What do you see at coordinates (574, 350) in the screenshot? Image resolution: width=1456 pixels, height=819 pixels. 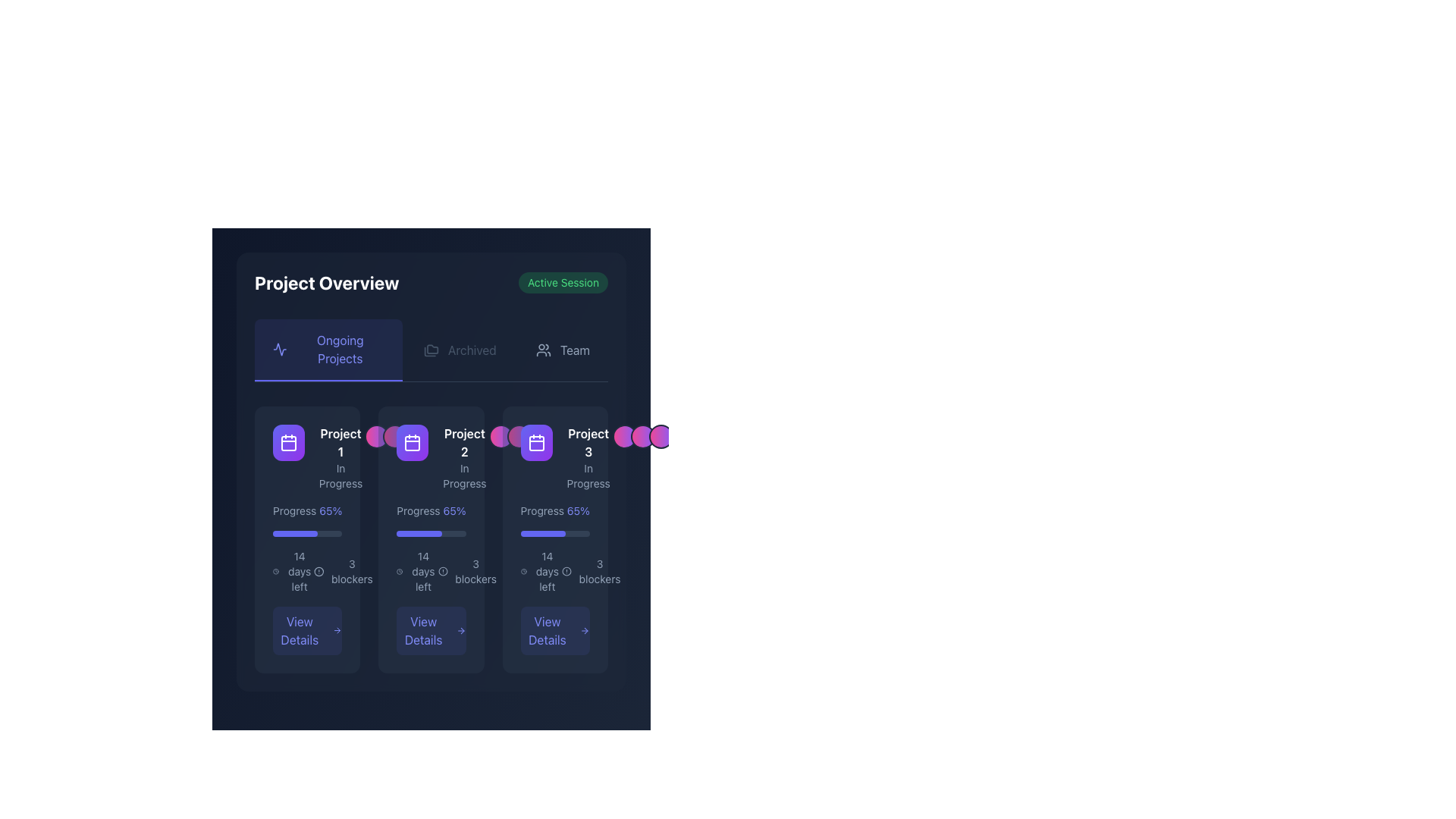 I see `the label indicating team management or collaboration, positioned at the rightmost side of the navigation bar` at bounding box center [574, 350].